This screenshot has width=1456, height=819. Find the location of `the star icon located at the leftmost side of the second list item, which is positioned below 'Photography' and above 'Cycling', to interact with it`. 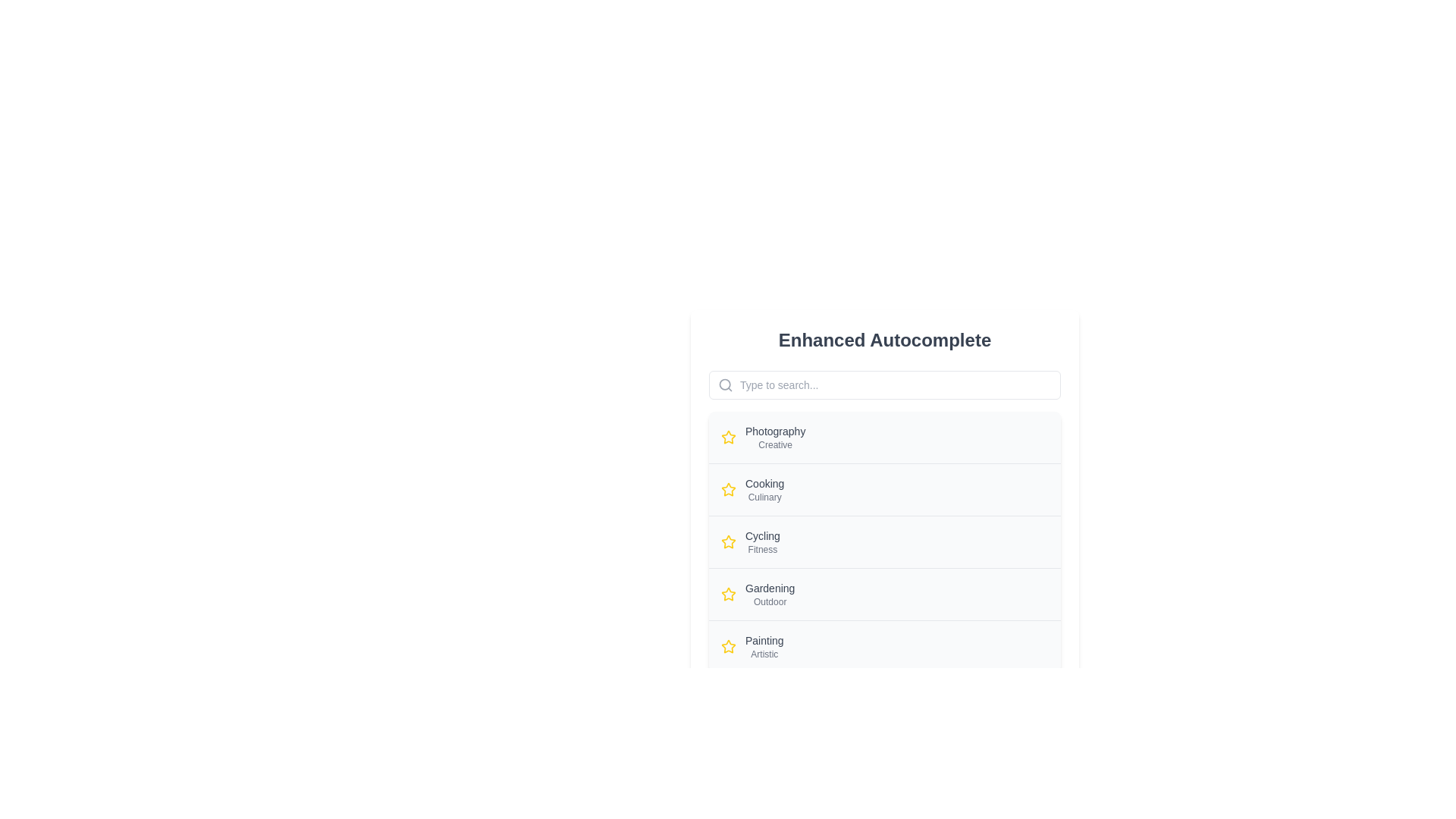

the star icon located at the leftmost side of the second list item, which is positioned below 'Photography' and above 'Cycling', to interact with it is located at coordinates (728, 489).